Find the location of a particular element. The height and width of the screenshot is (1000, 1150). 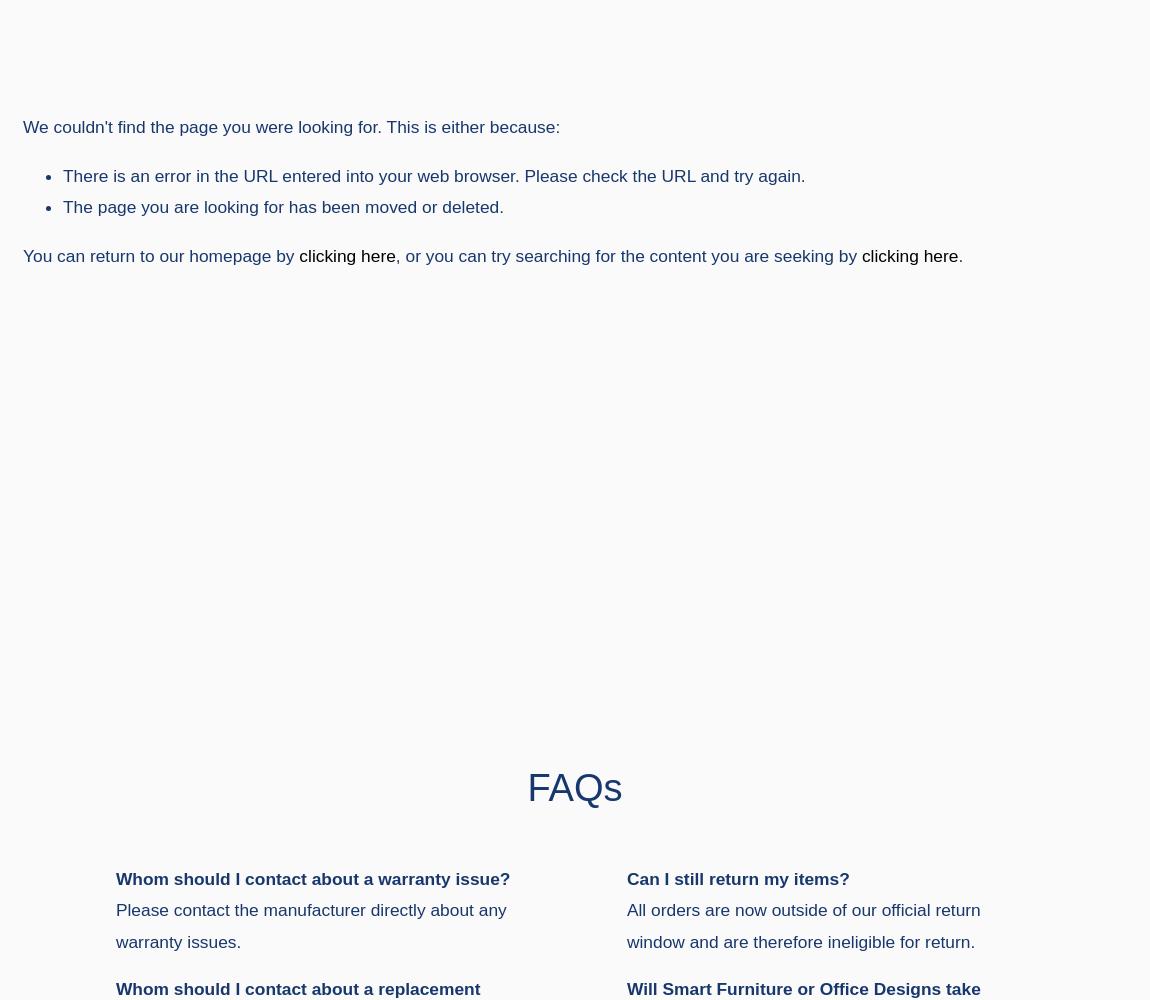

'Whom should I contact about a warranty issue?' is located at coordinates (312, 879).